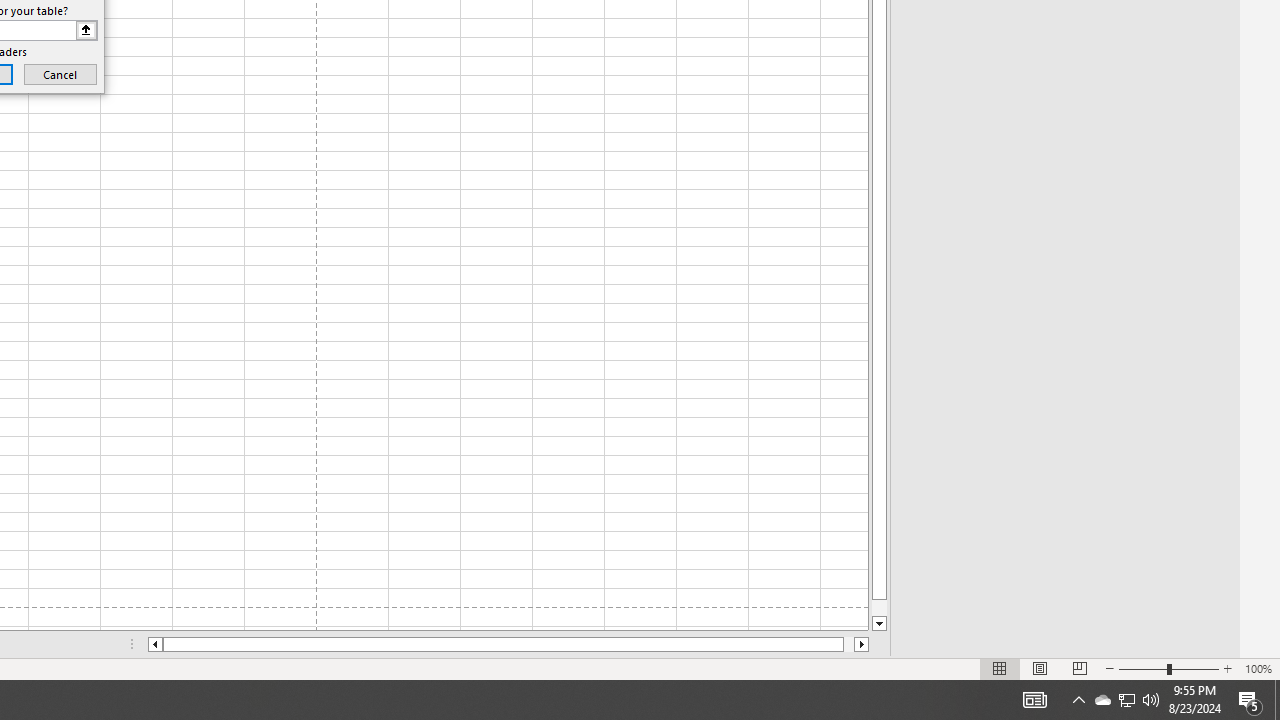 Image resolution: width=1280 pixels, height=720 pixels. What do you see at coordinates (1168, 669) in the screenshot?
I see `'Zoom'` at bounding box center [1168, 669].